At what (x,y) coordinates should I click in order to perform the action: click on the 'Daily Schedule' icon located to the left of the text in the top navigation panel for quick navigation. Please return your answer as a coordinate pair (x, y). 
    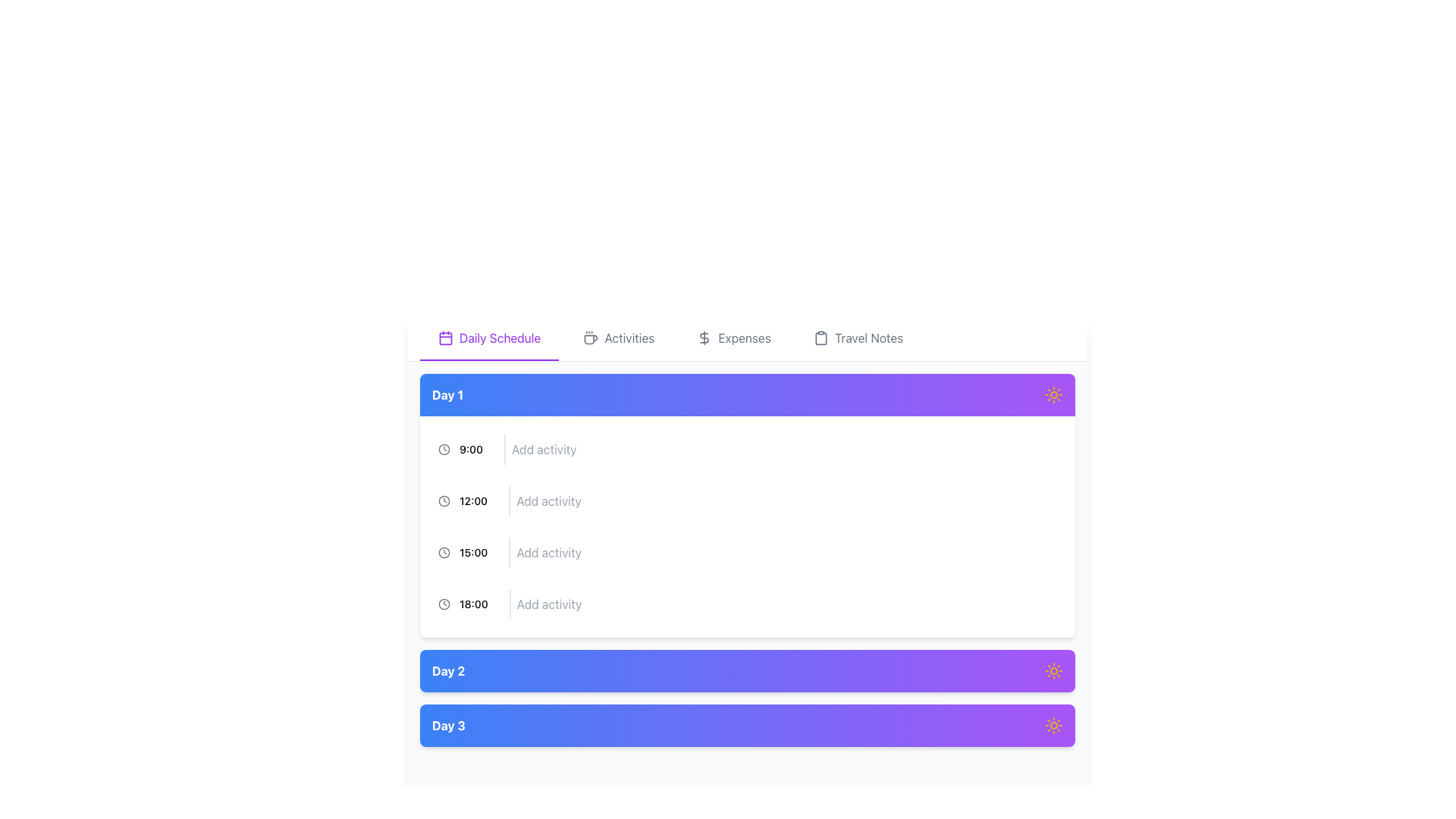
    Looking at the image, I should click on (445, 337).